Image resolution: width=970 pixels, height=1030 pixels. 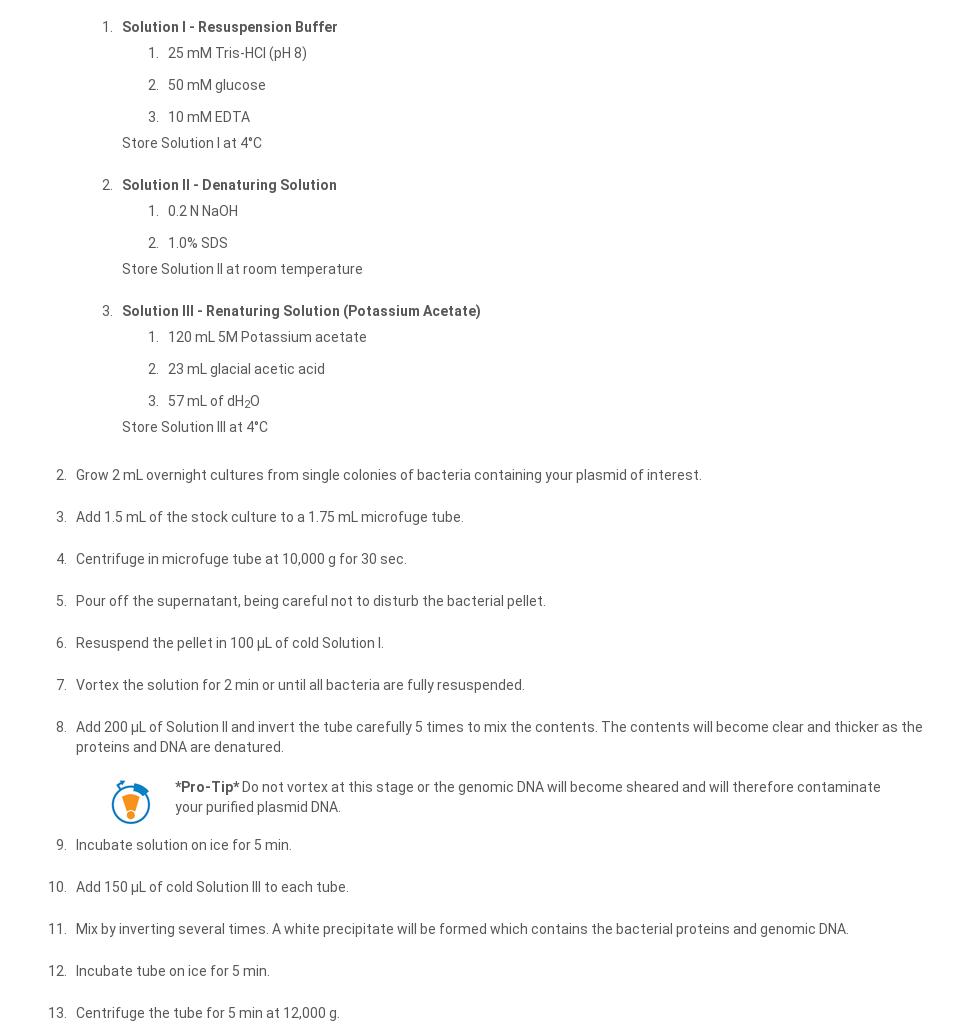 What do you see at coordinates (206, 399) in the screenshot?
I see `'57 mL of dH'` at bounding box center [206, 399].